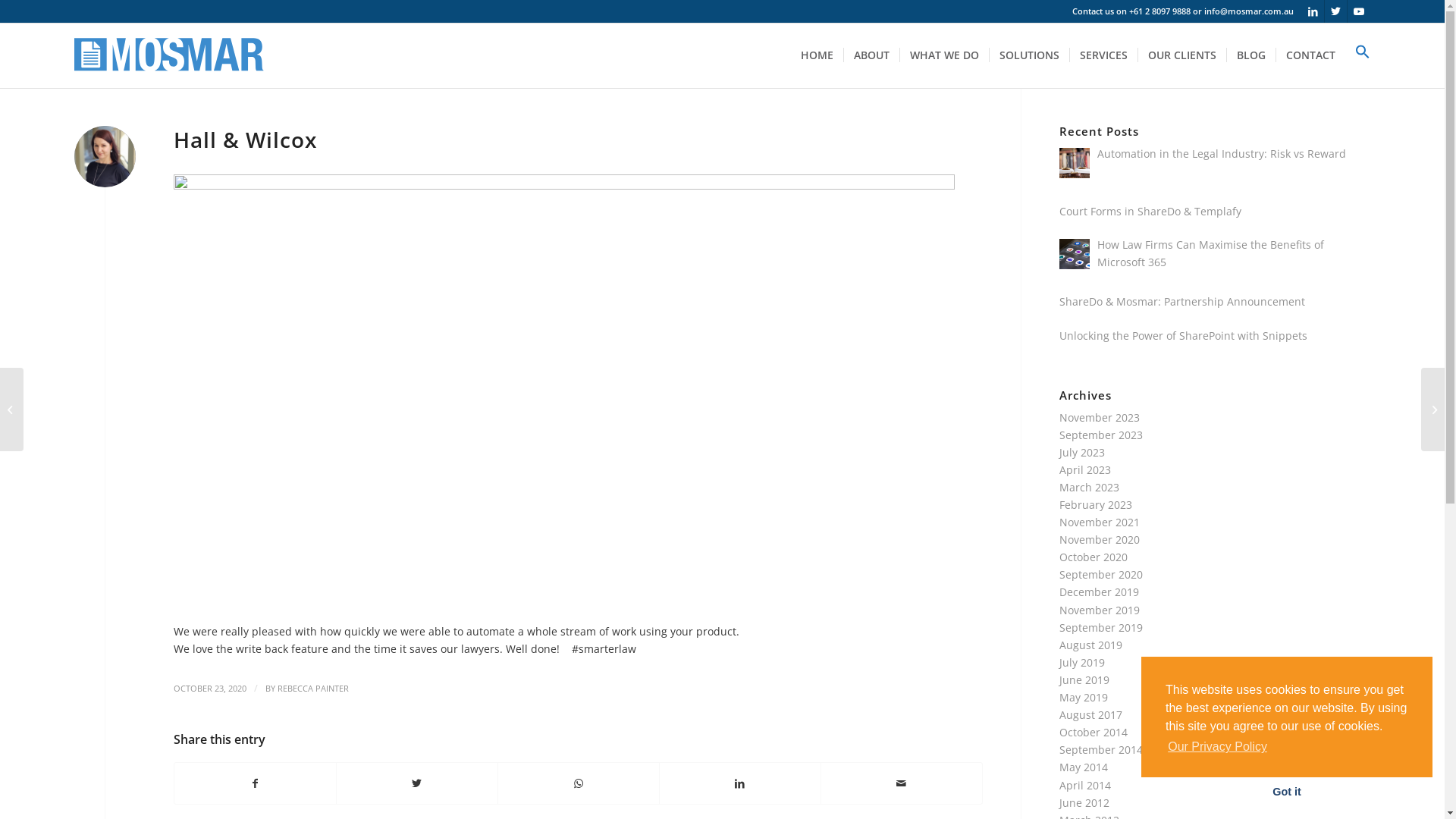 The width and height of the screenshot is (1456, 819). What do you see at coordinates (1181, 55) in the screenshot?
I see `'OUR CLIENTS'` at bounding box center [1181, 55].